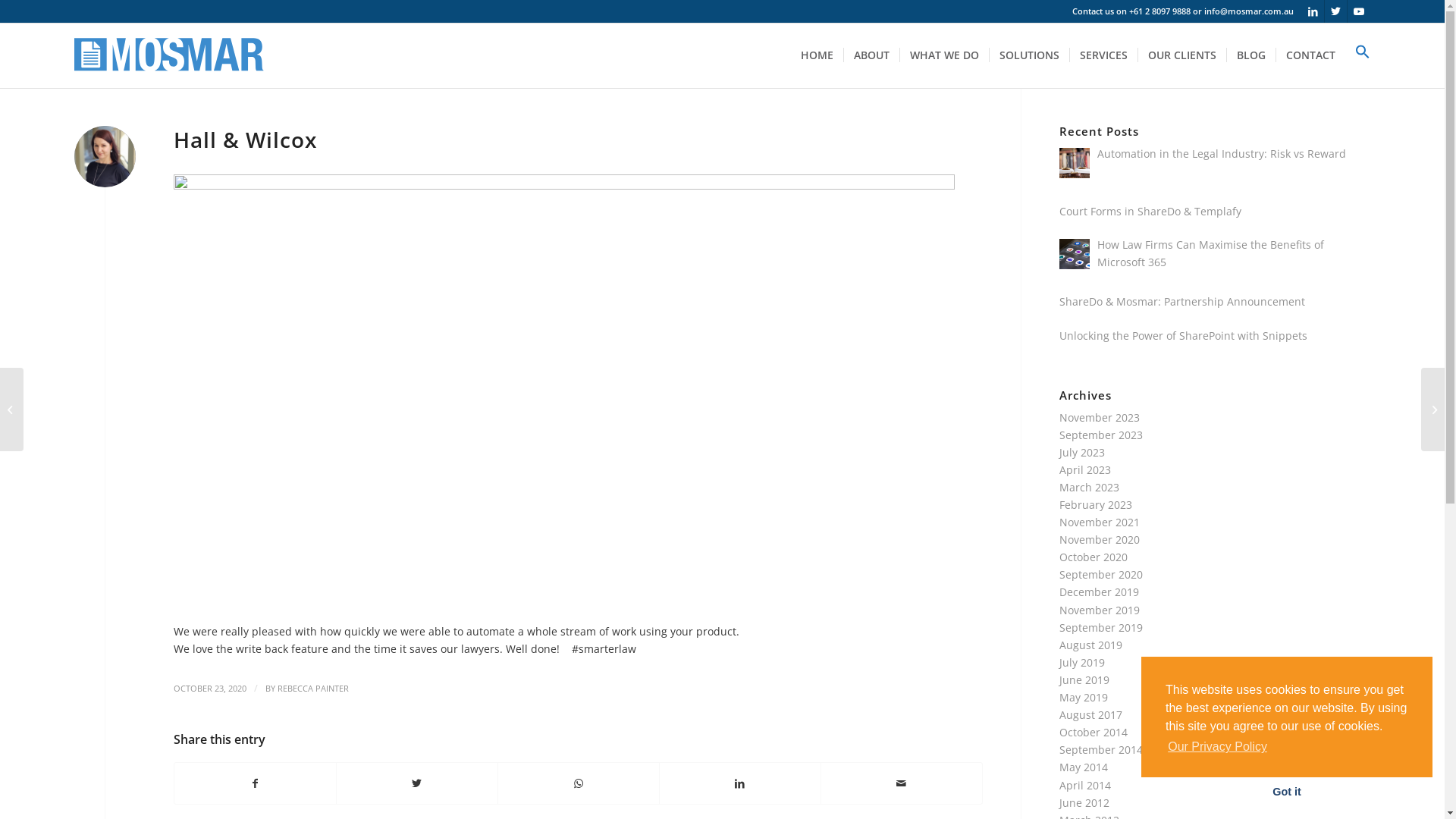 The width and height of the screenshot is (1456, 819). What do you see at coordinates (1181, 55) in the screenshot?
I see `'OUR CLIENTS'` at bounding box center [1181, 55].